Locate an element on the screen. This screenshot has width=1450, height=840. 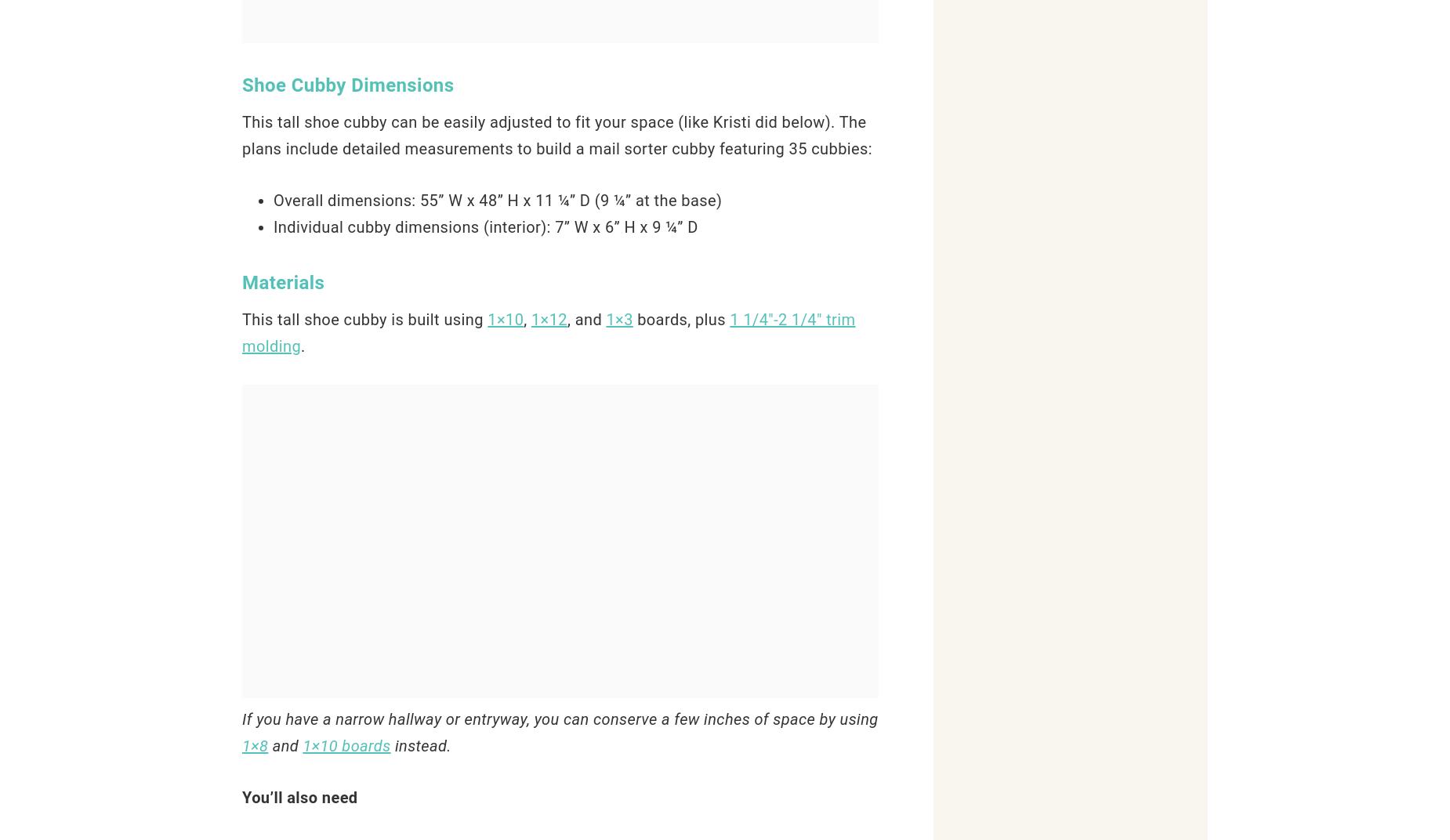
'If you have a narrow hallway or entryway, you can conserve a few inches of space by using' is located at coordinates (241, 719).